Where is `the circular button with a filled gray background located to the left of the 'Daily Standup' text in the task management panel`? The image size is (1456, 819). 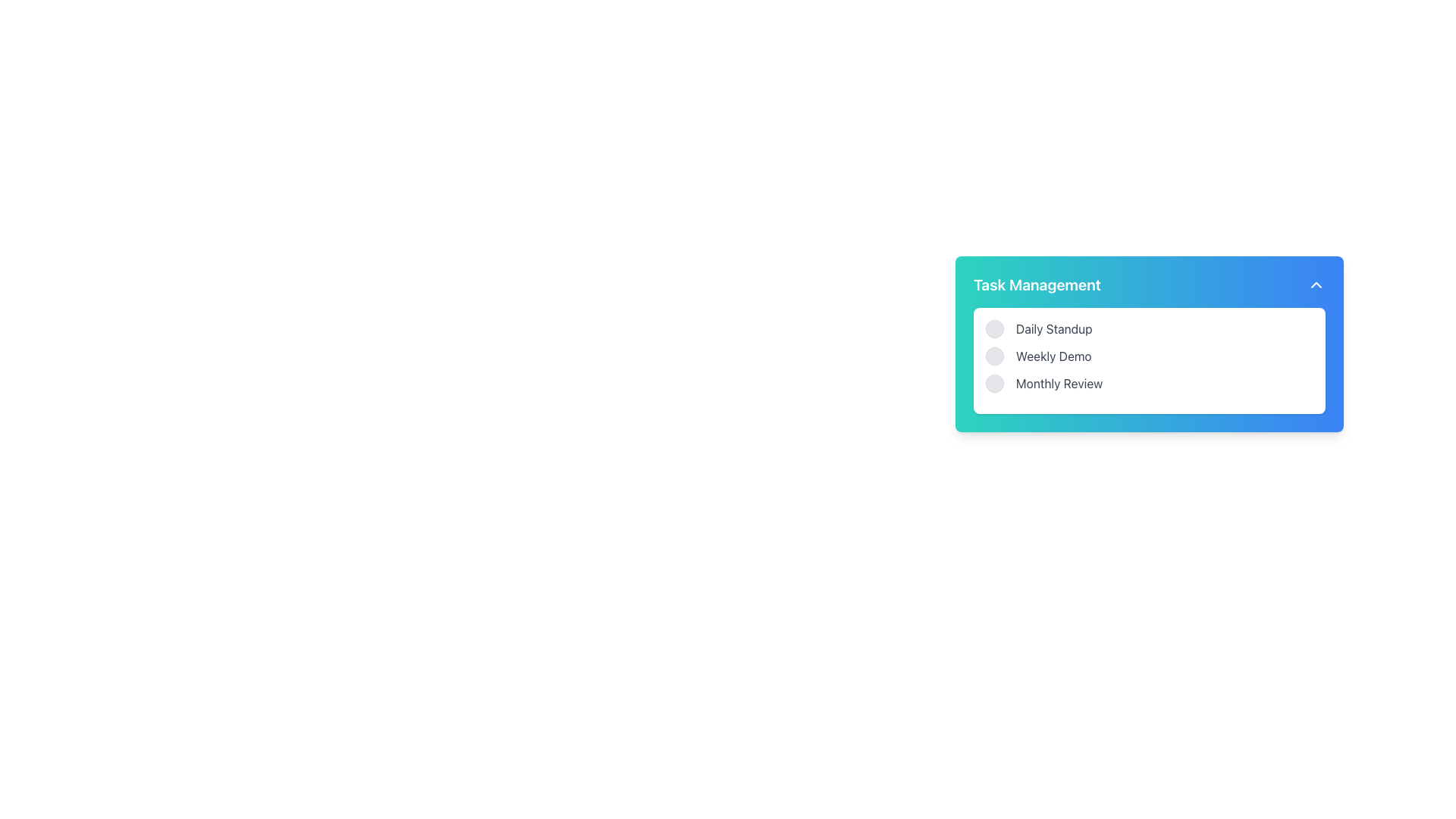 the circular button with a filled gray background located to the left of the 'Daily Standup' text in the task management panel is located at coordinates (994, 328).